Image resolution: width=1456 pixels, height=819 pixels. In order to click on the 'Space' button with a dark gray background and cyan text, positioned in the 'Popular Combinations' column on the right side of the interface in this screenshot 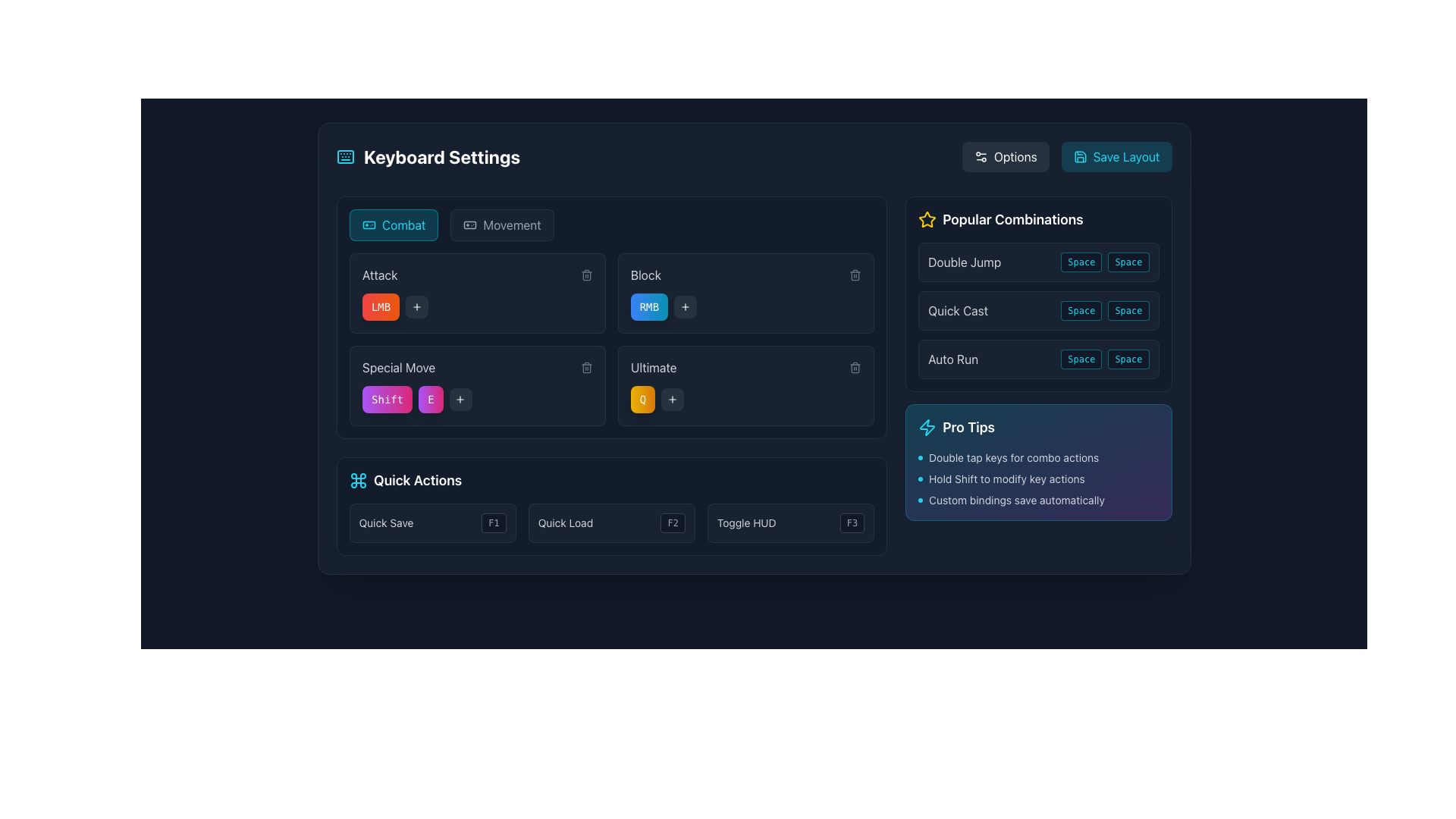, I will do `click(1081, 359)`.